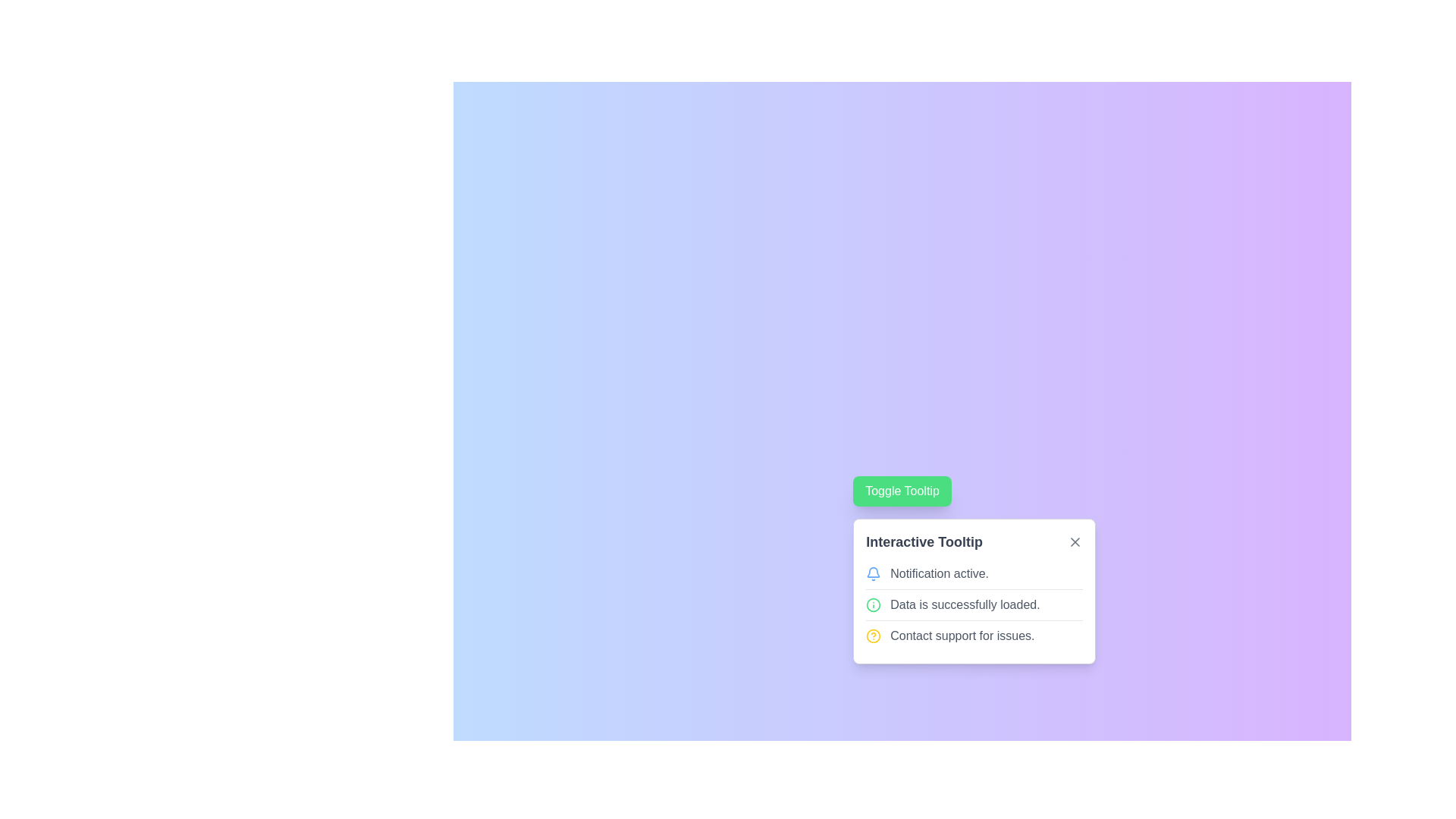  Describe the element at coordinates (874, 636) in the screenshot. I see `the icon that serves as a visual indicator to the left of the text 'Contact support for issues.' within a tooltip interface` at that location.